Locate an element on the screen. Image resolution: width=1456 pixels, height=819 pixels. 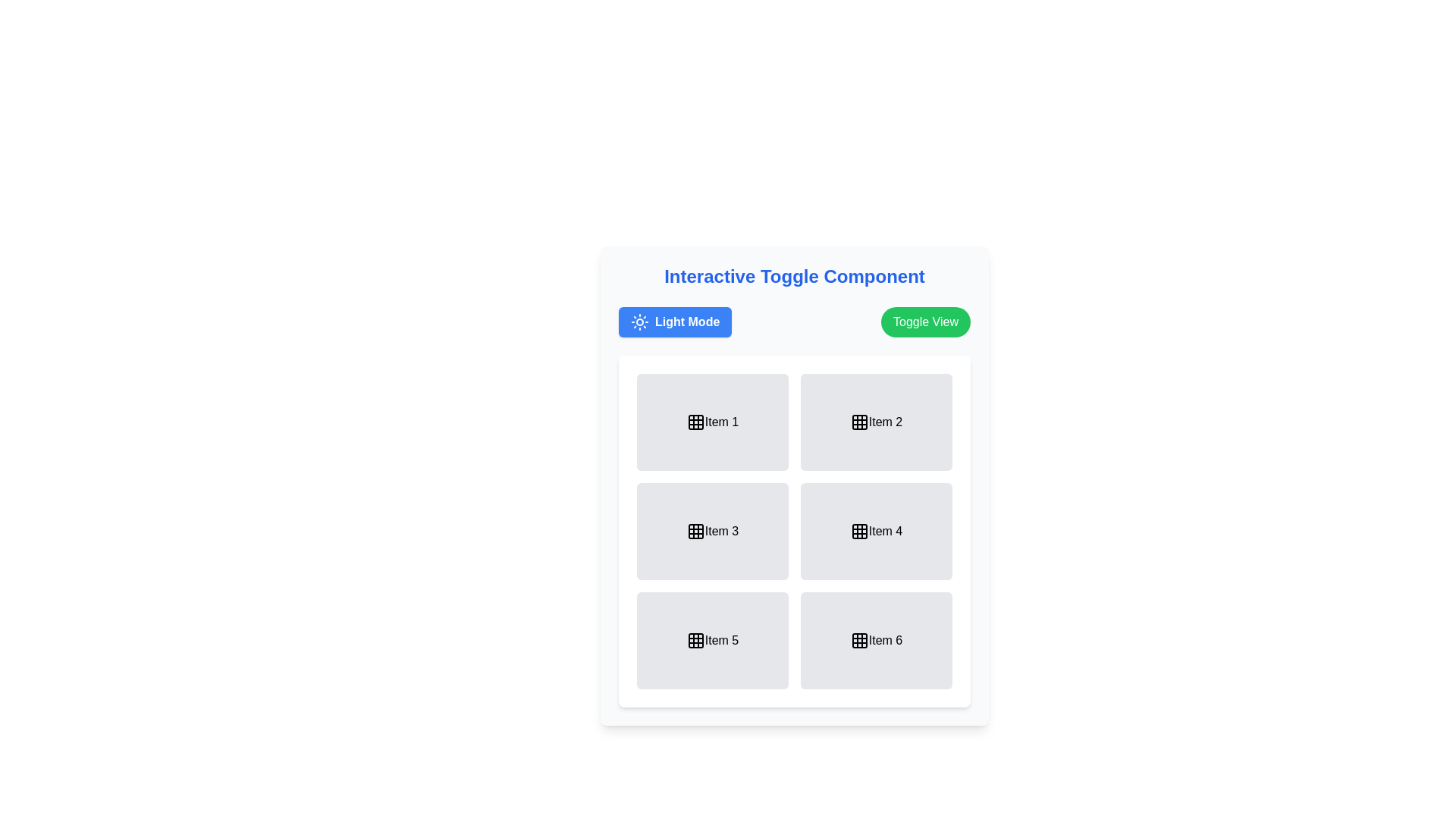
the decorative icon in the middle cell of the 2x3 grid labeled 'Item 3', located in the second row and first column is located at coordinates (695, 531).